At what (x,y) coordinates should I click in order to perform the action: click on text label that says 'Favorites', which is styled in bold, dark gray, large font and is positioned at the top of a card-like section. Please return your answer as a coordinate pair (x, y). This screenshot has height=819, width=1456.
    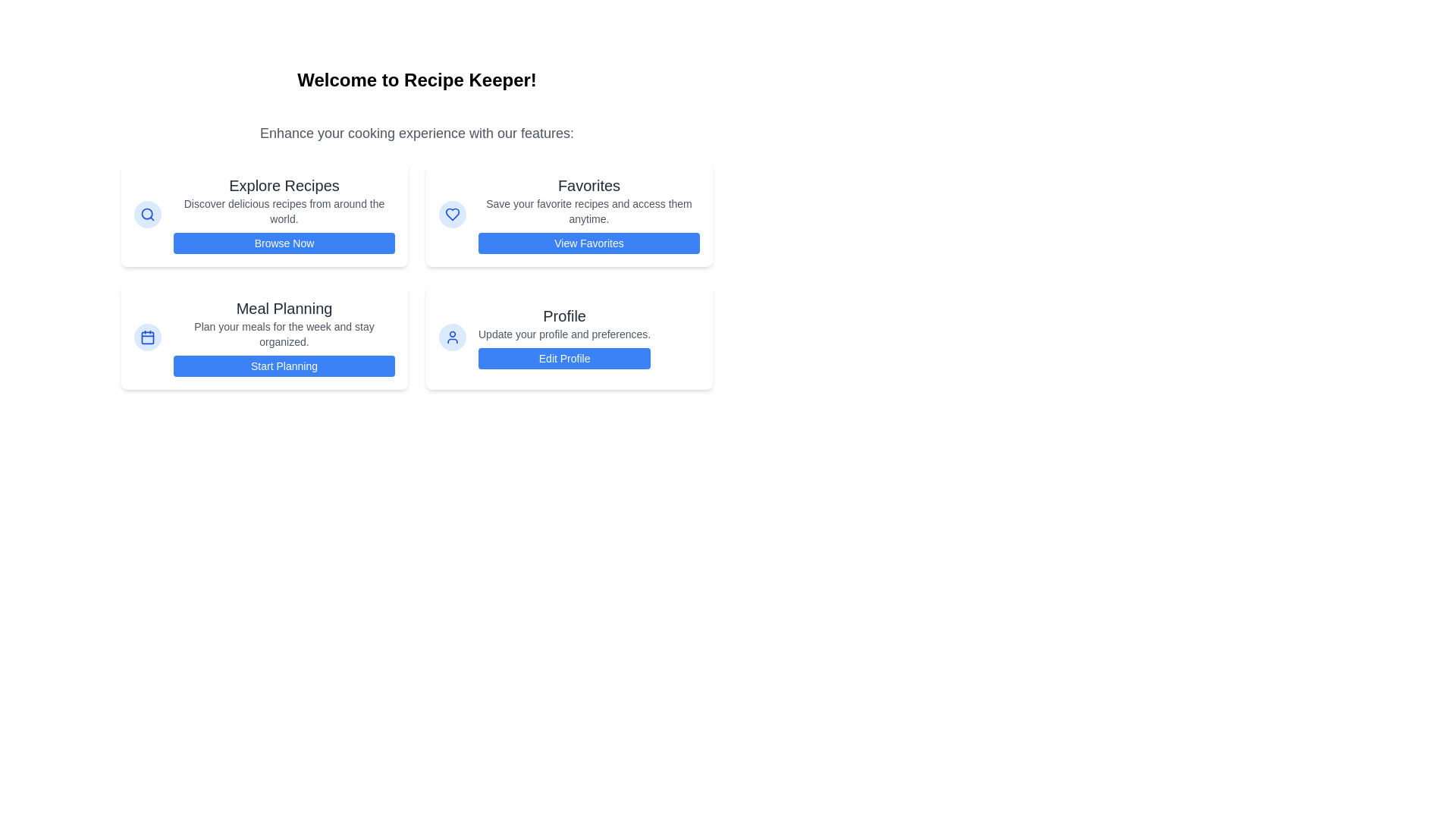
    Looking at the image, I should click on (588, 185).